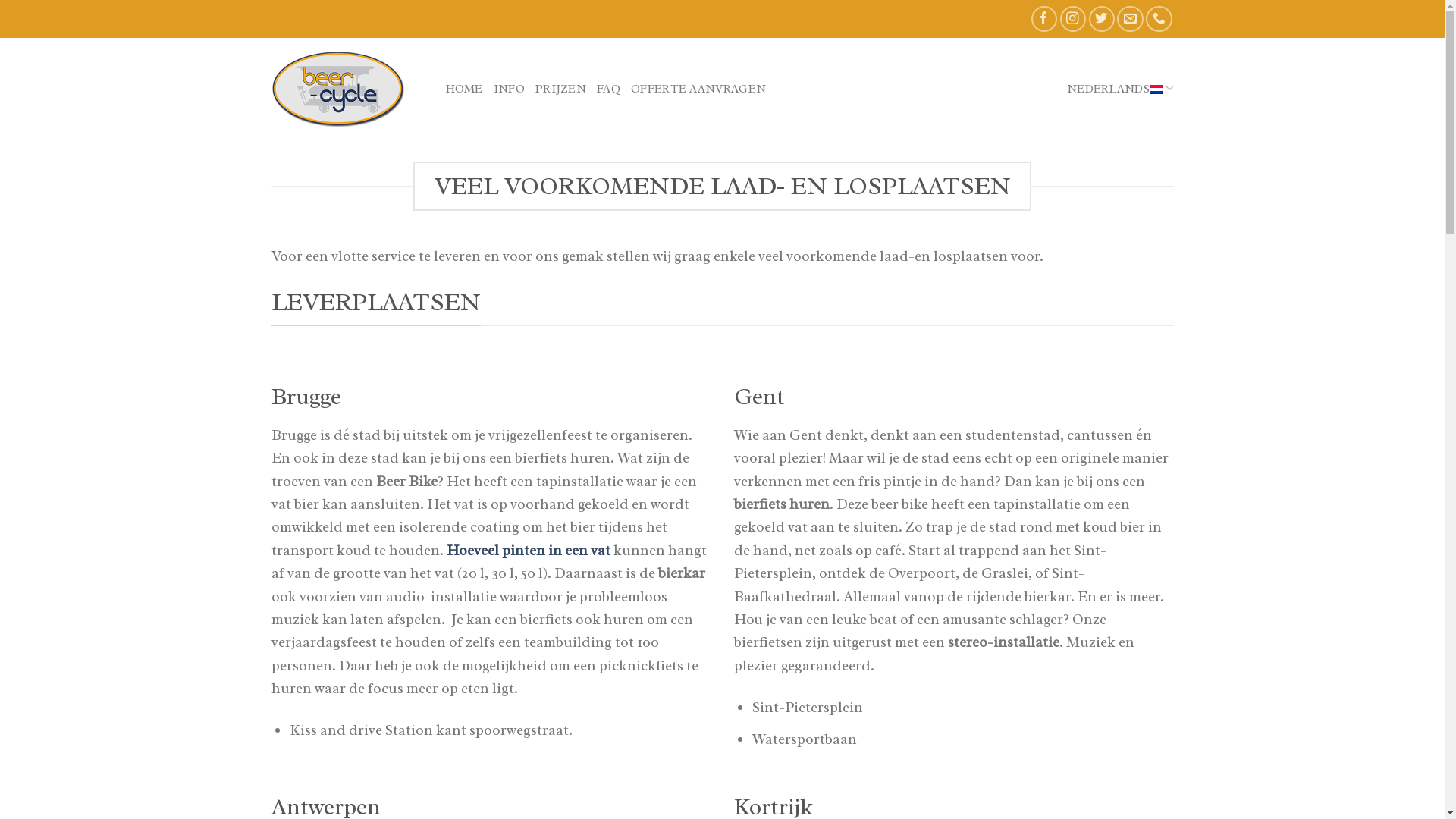  I want to click on 'OFFERTE AANVRAGEN', so click(698, 87).